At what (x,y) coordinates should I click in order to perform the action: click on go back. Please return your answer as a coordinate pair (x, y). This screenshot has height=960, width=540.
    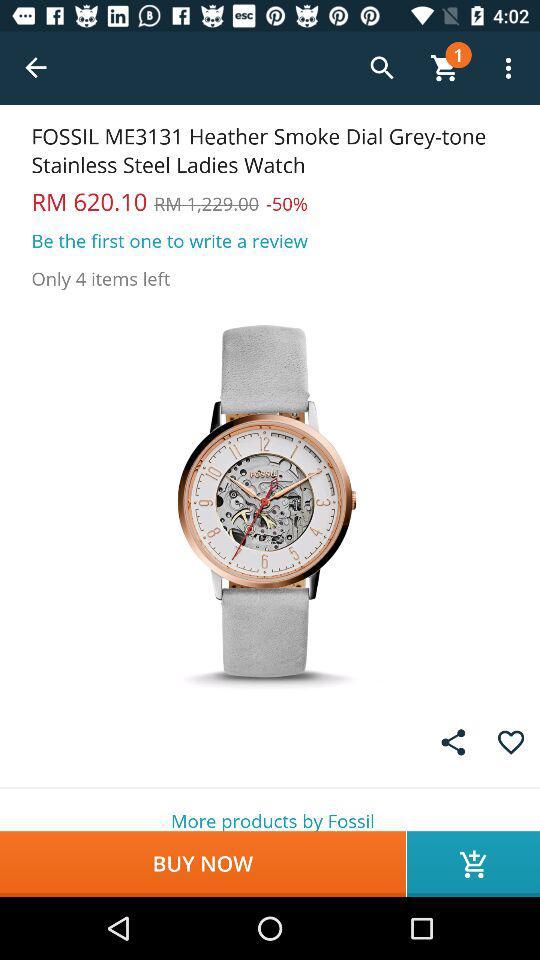
    Looking at the image, I should click on (36, 68).